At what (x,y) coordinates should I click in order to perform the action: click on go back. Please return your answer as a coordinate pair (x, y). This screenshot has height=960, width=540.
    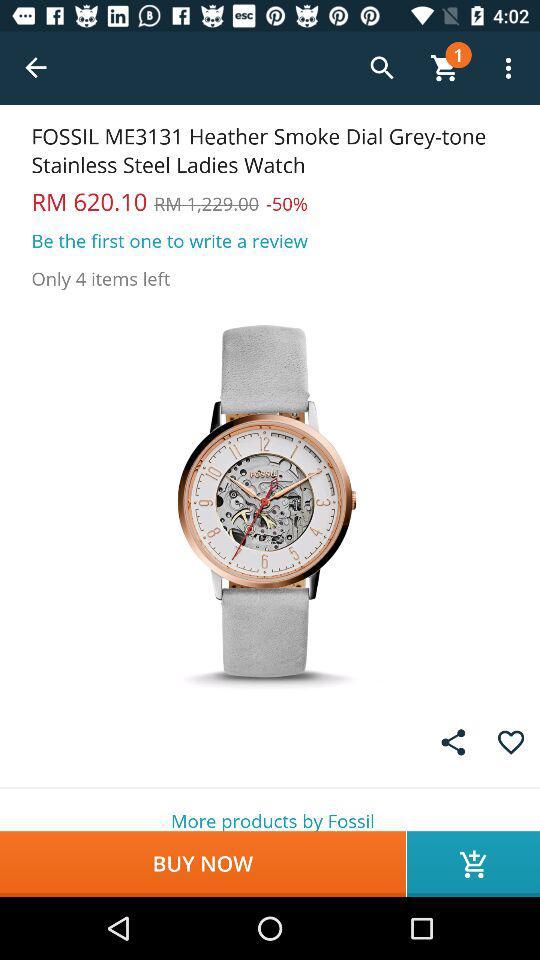
    Looking at the image, I should click on (36, 68).